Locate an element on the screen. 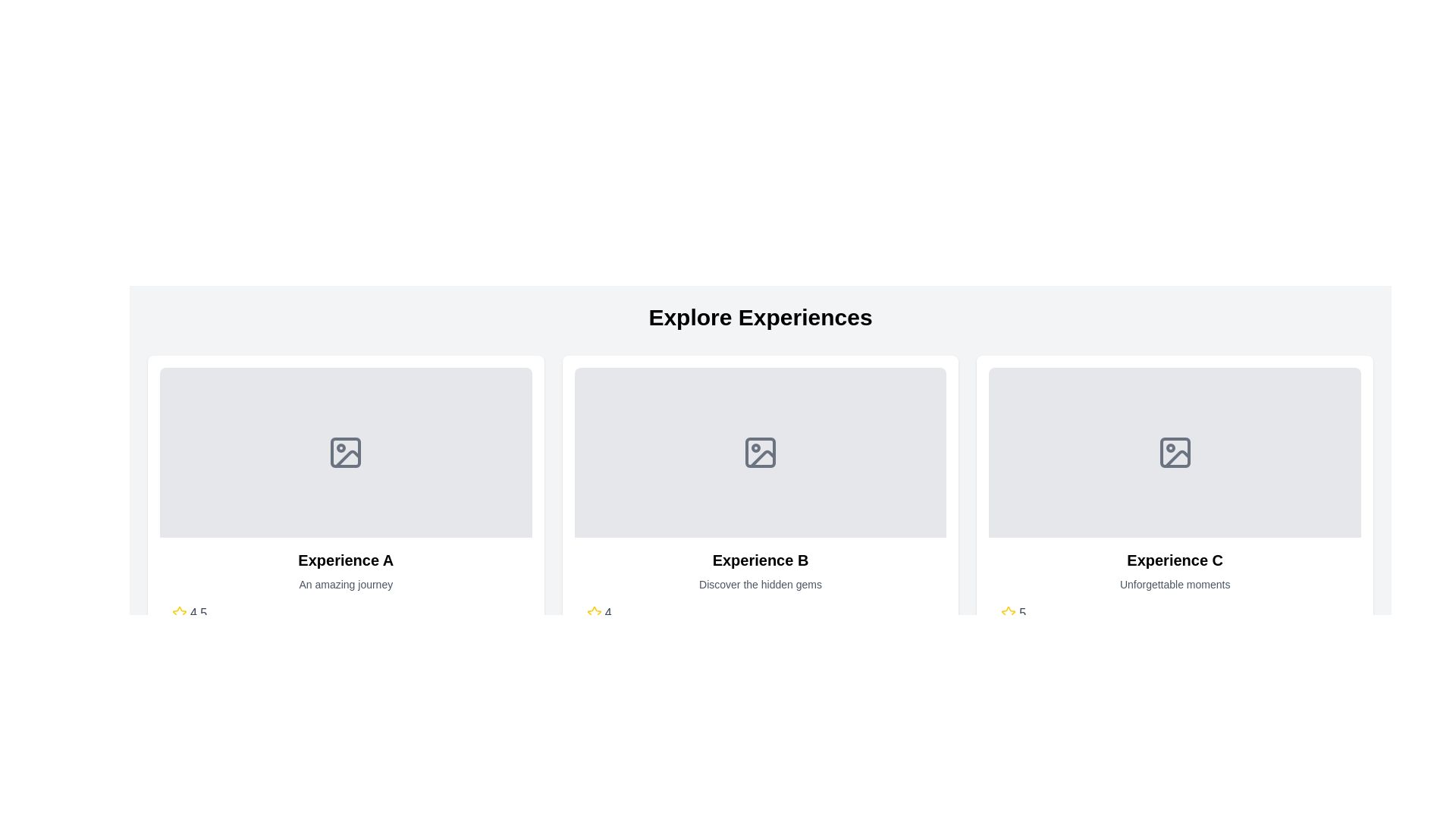 This screenshot has height=819, width=1456. the yellow star icon component associated with the rating number '5' in the 'Experience C' panel of the 'Explore Experiences' section is located at coordinates (1009, 612).